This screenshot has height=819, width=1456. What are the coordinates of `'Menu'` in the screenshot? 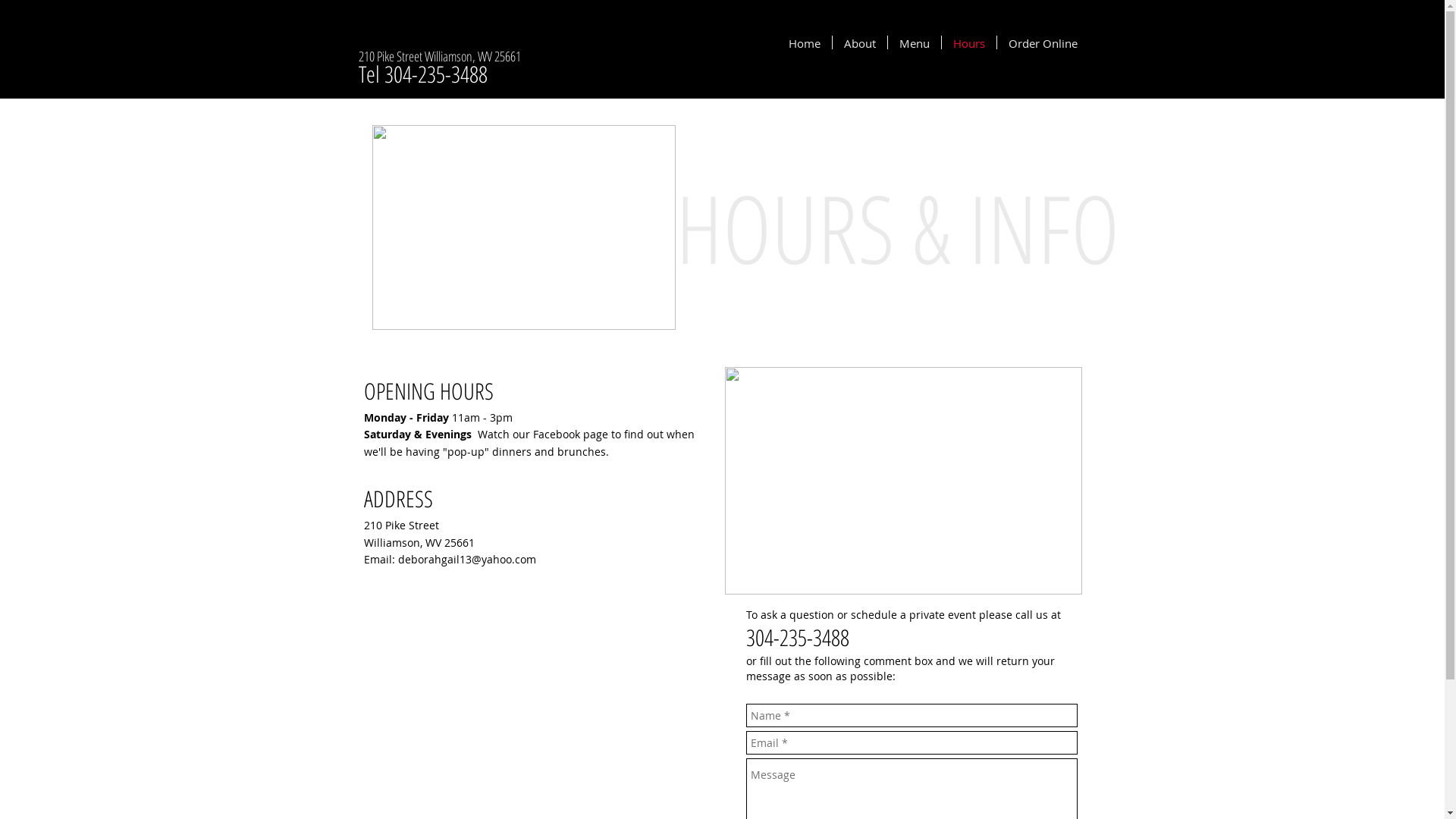 It's located at (912, 42).